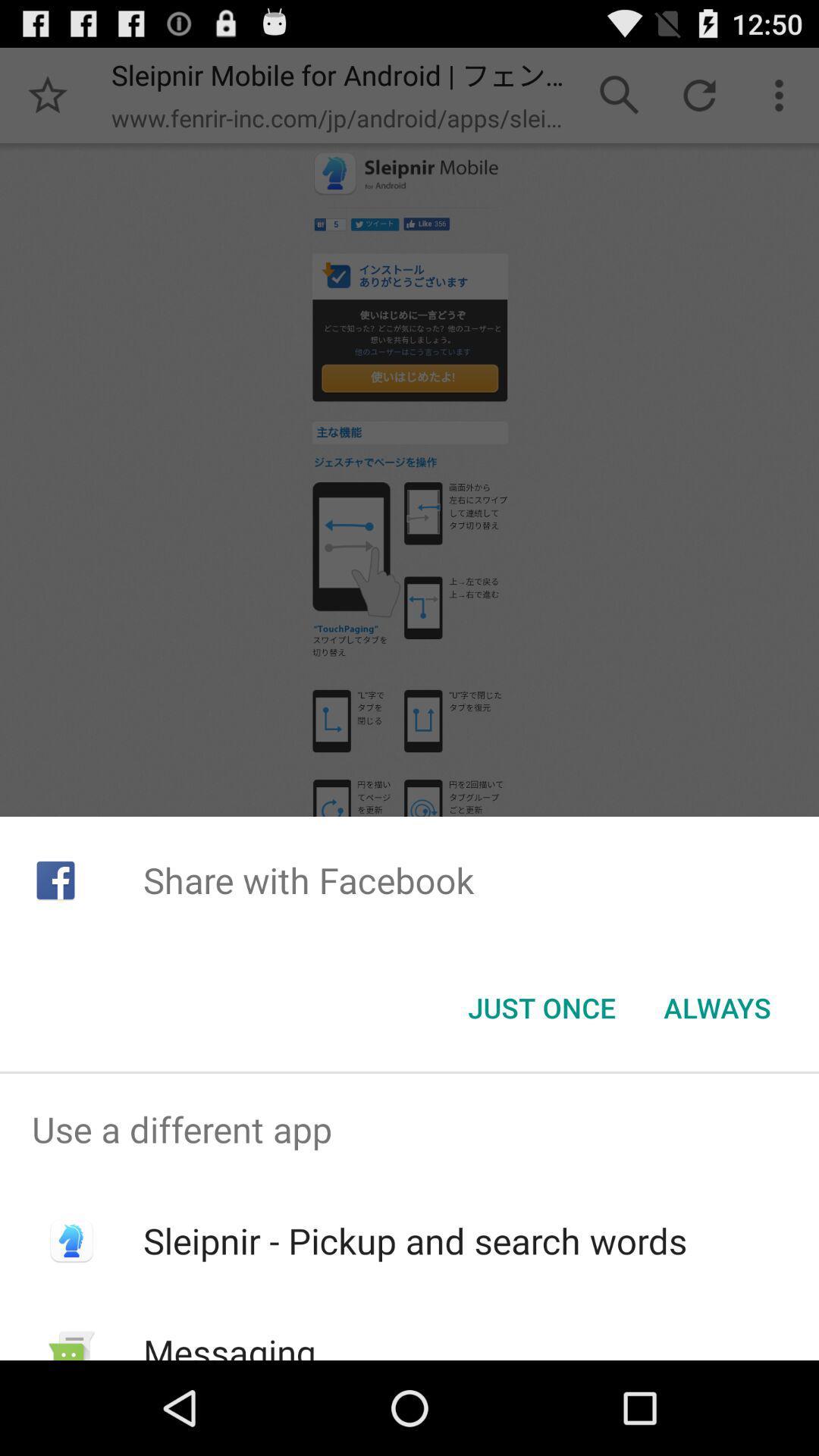  Describe the element at coordinates (717, 1008) in the screenshot. I see `the item below share with facebook icon` at that location.